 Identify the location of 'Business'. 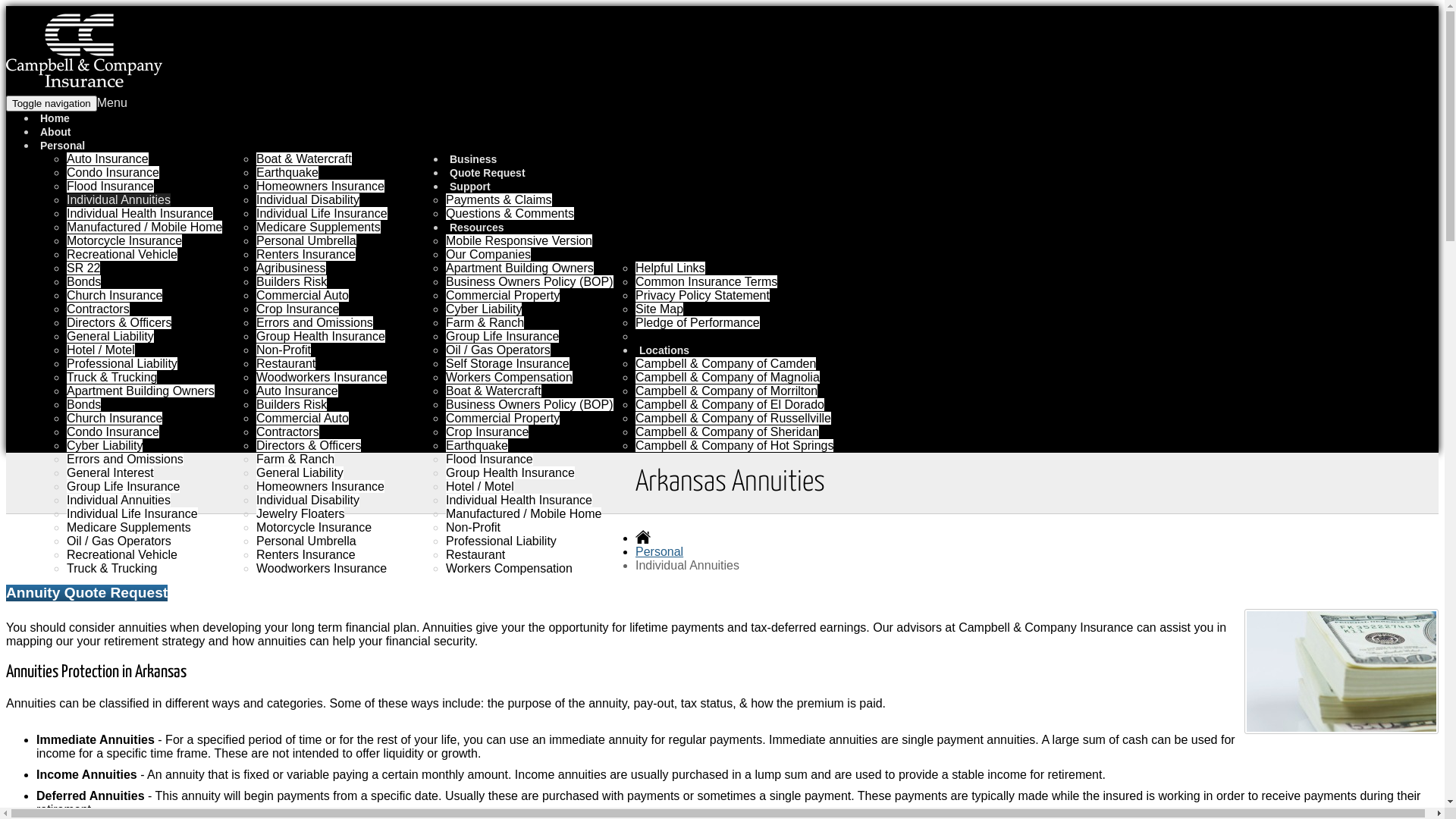
(473, 158).